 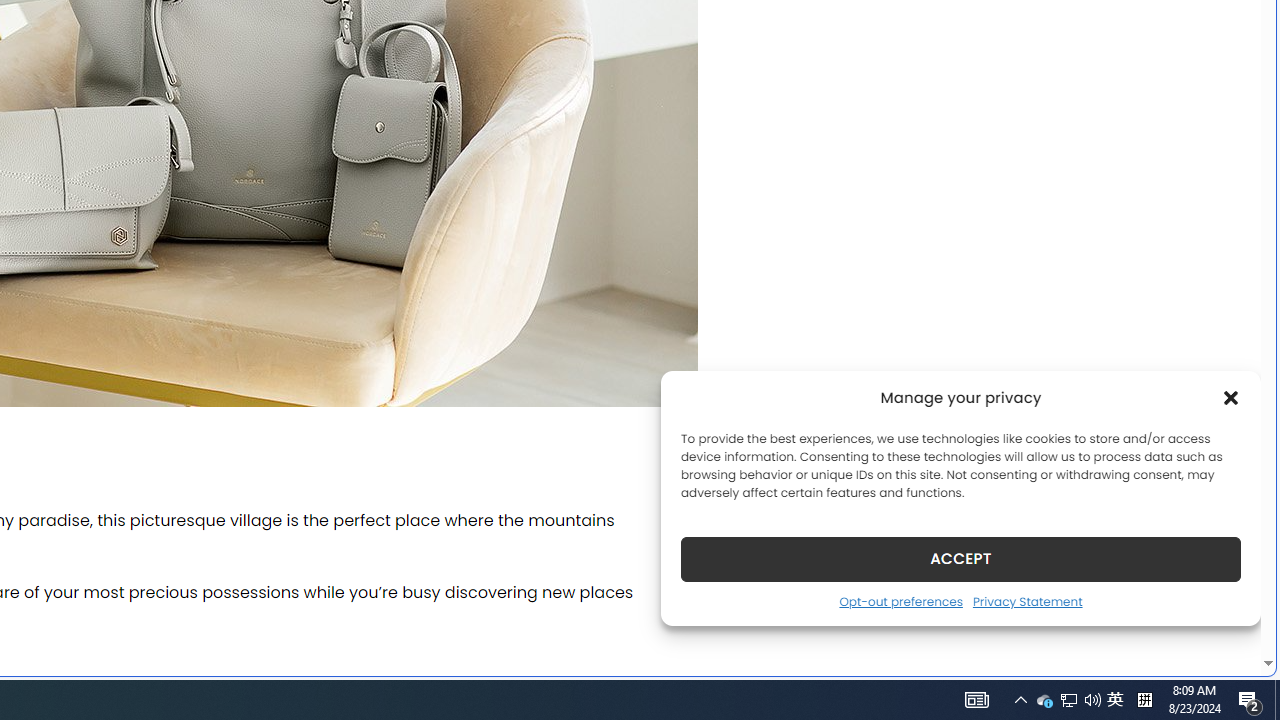 What do you see at coordinates (1027, 600) in the screenshot?
I see `'Privacy Statement'` at bounding box center [1027, 600].